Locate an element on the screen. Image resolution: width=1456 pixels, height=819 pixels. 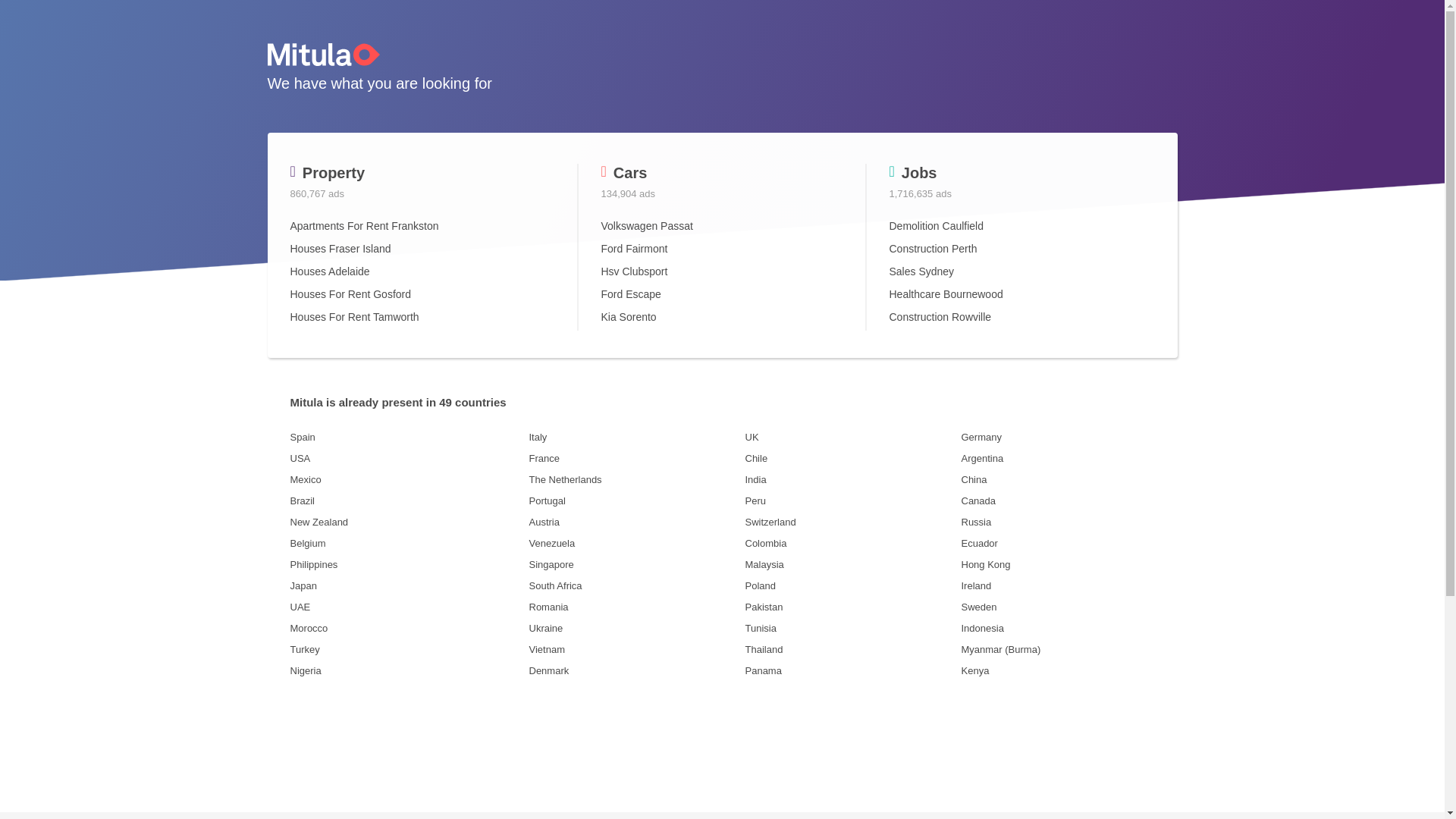
'Ford Fairmont' is located at coordinates (600, 247).